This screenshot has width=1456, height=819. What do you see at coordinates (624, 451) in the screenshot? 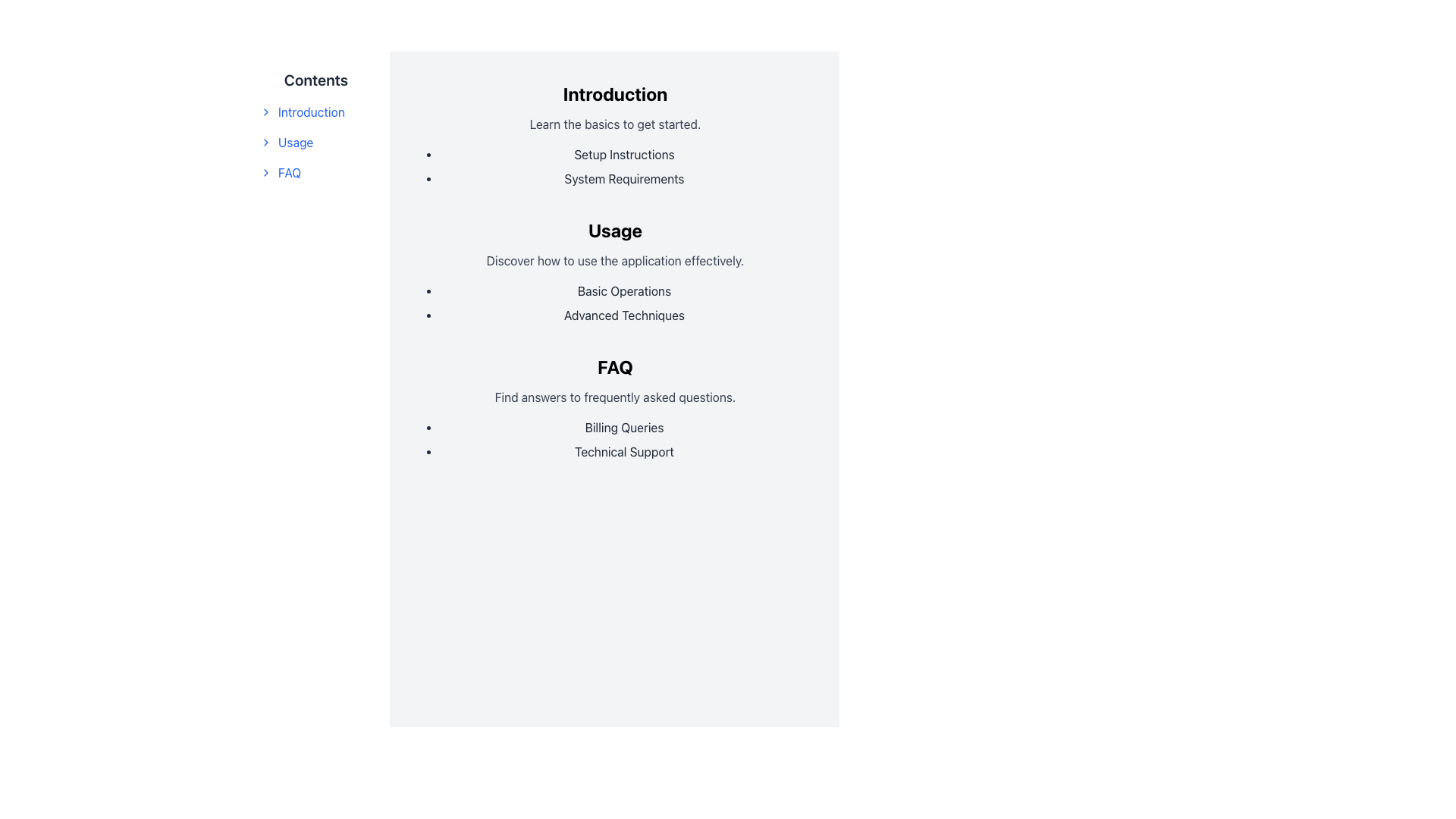
I see `the 'Technical Support' text label, which is the second item in the FAQ list styled in dark gray on a light gray background` at bounding box center [624, 451].